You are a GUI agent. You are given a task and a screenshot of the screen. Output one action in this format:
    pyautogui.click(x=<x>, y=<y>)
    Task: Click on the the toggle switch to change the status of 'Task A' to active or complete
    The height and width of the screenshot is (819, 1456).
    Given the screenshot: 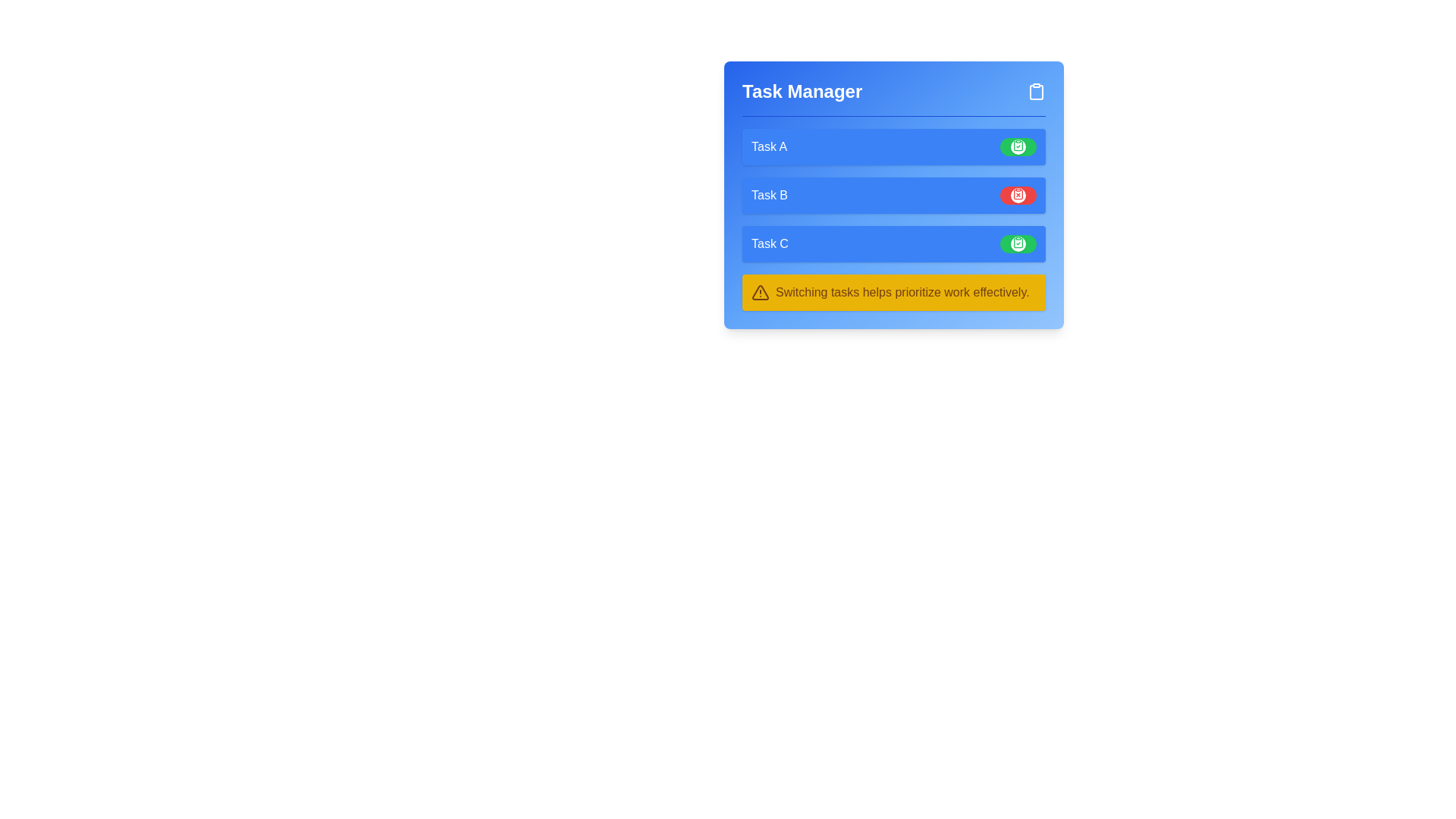 What is the action you would take?
    pyautogui.click(x=1018, y=146)
    